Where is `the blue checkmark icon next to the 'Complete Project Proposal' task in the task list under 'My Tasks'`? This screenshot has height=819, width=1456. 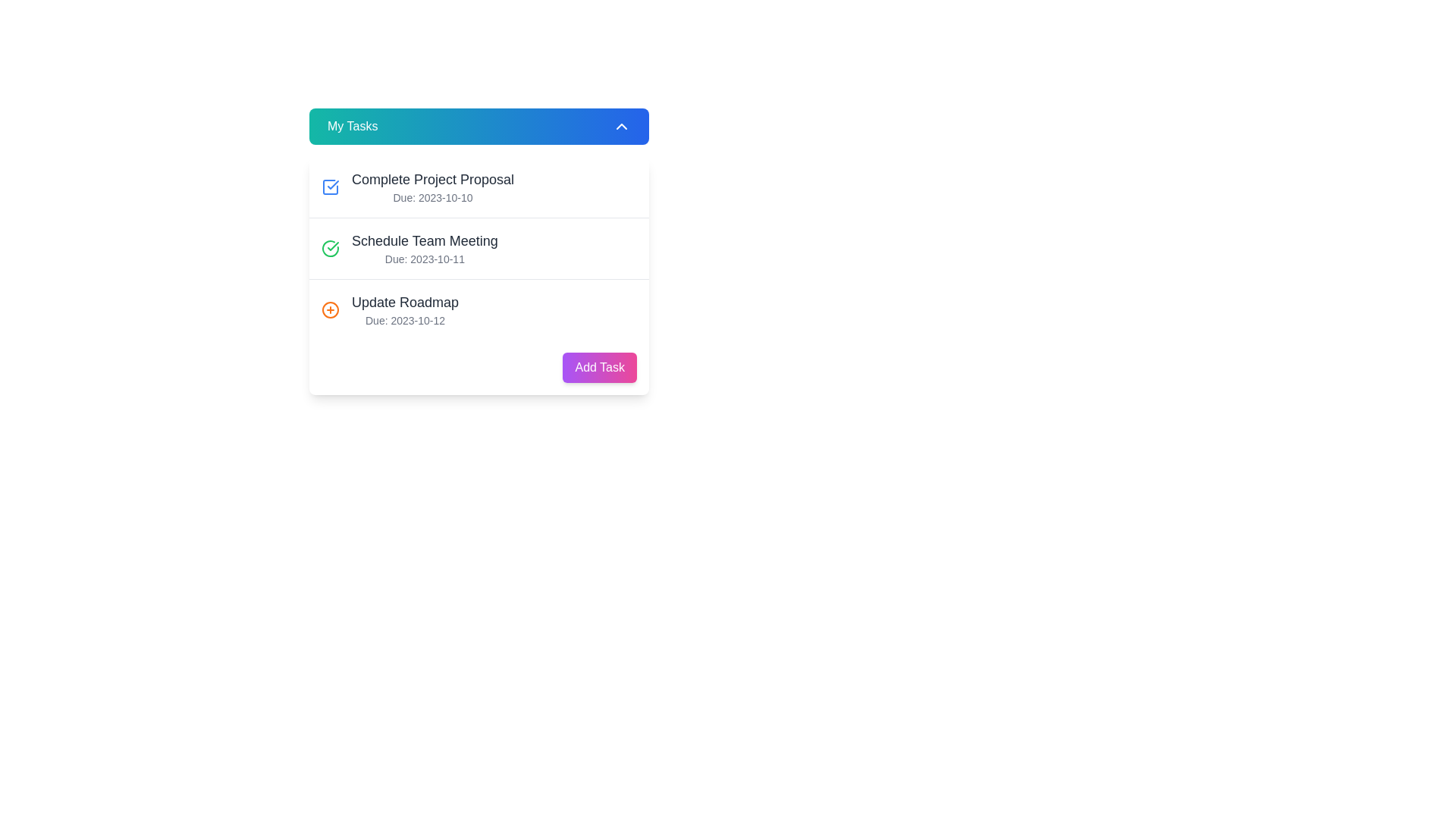 the blue checkmark icon next to the 'Complete Project Proposal' task in the task list under 'My Tasks' is located at coordinates (330, 186).